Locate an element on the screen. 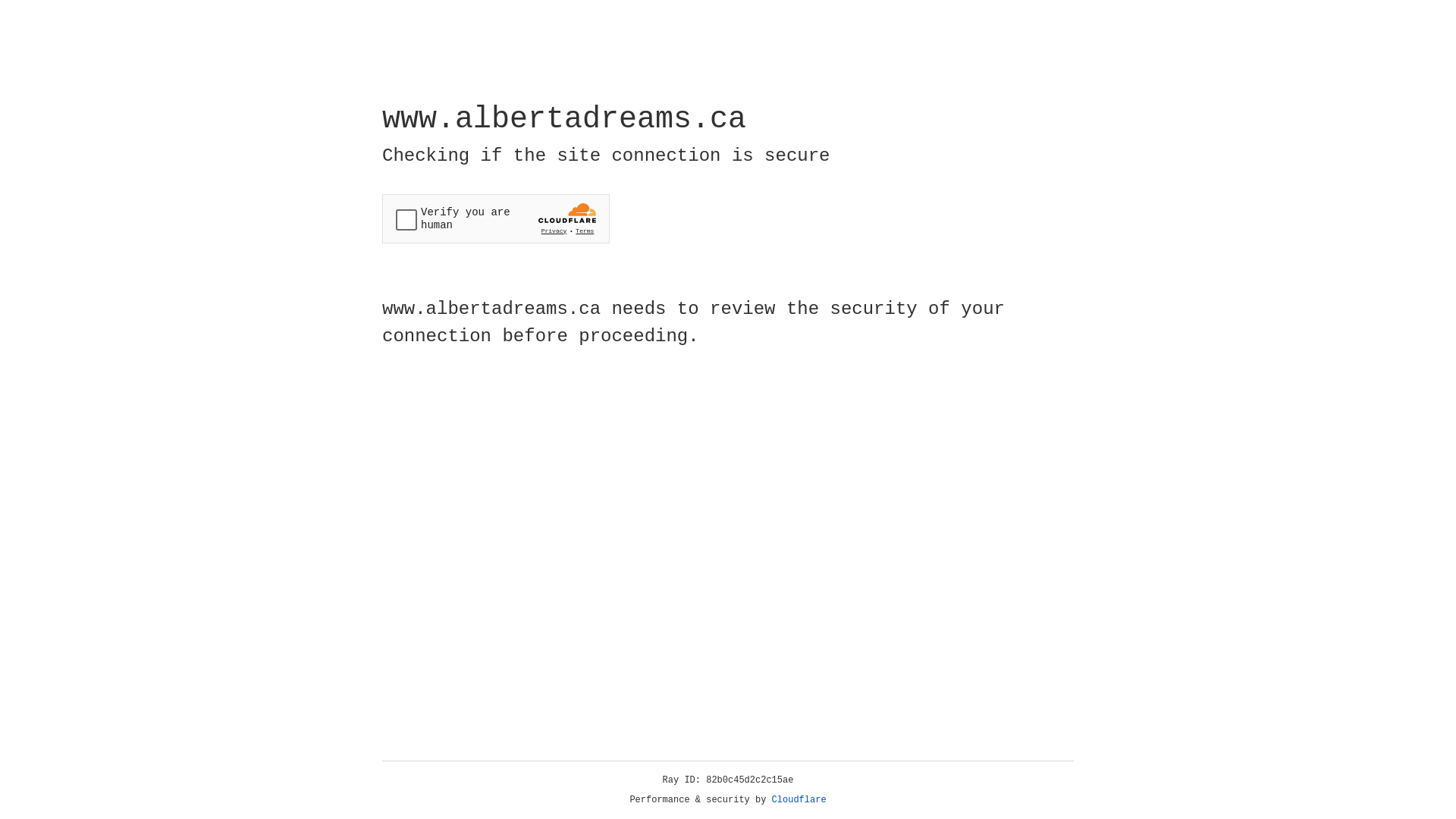  'Cloudflare' is located at coordinates (799, 799).